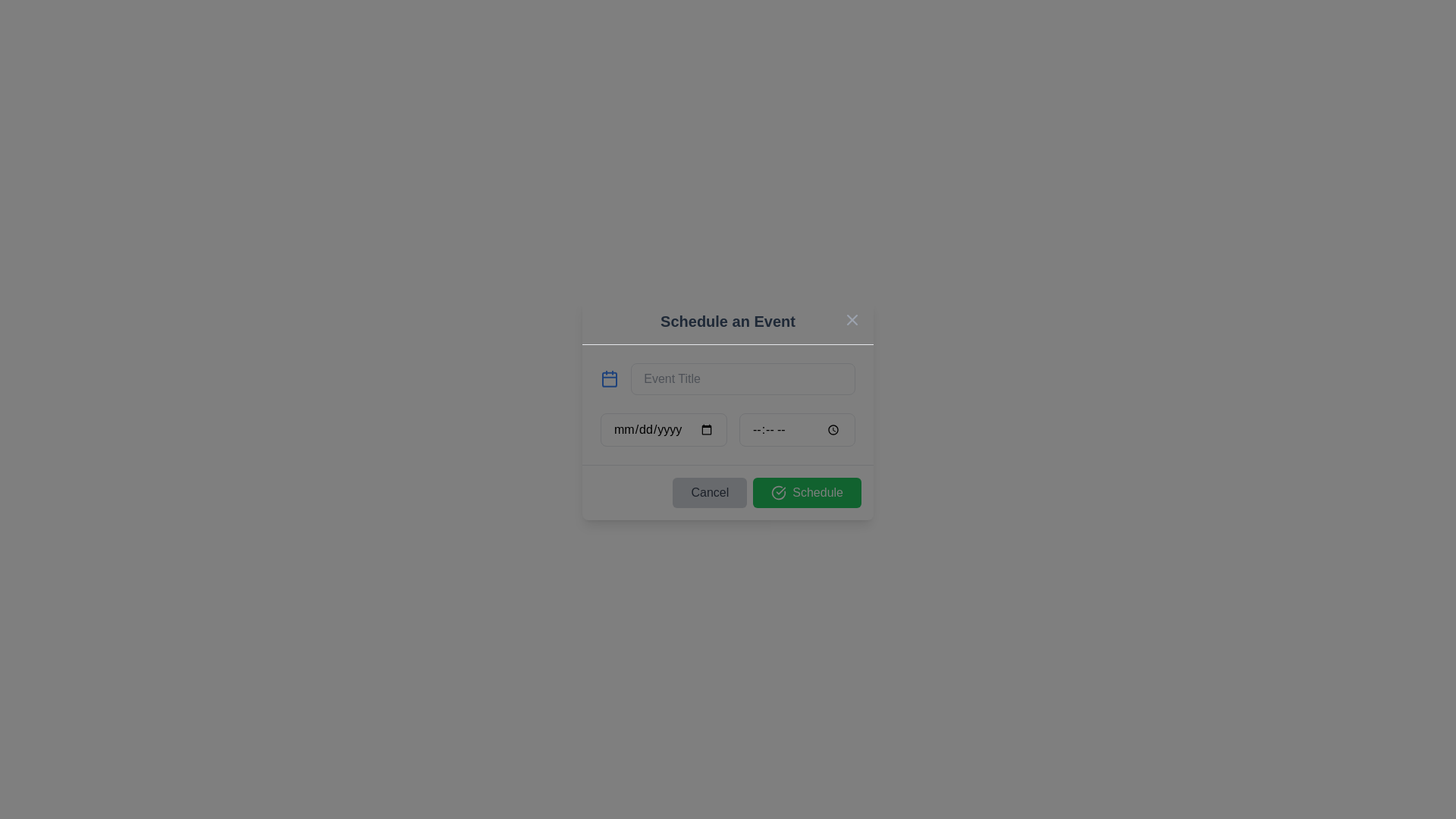 The width and height of the screenshot is (1456, 819). Describe the element at coordinates (610, 379) in the screenshot. I see `the rounded rectangle icon within the calendar-shaped graphics located in the upper left section of the 'Schedule an Event' modal dialog` at that location.